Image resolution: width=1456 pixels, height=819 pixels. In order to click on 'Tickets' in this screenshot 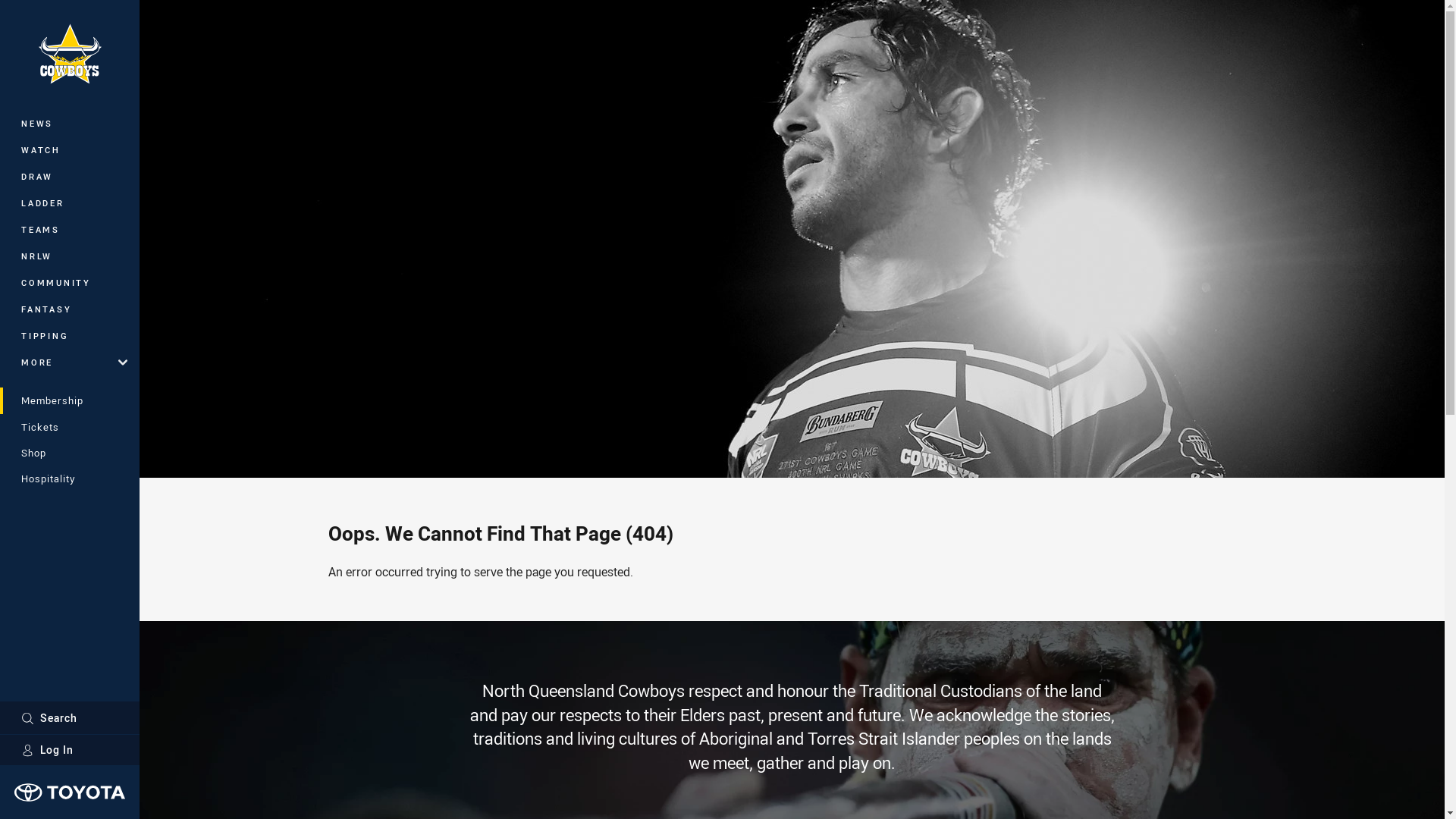, I will do `click(68, 427)`.